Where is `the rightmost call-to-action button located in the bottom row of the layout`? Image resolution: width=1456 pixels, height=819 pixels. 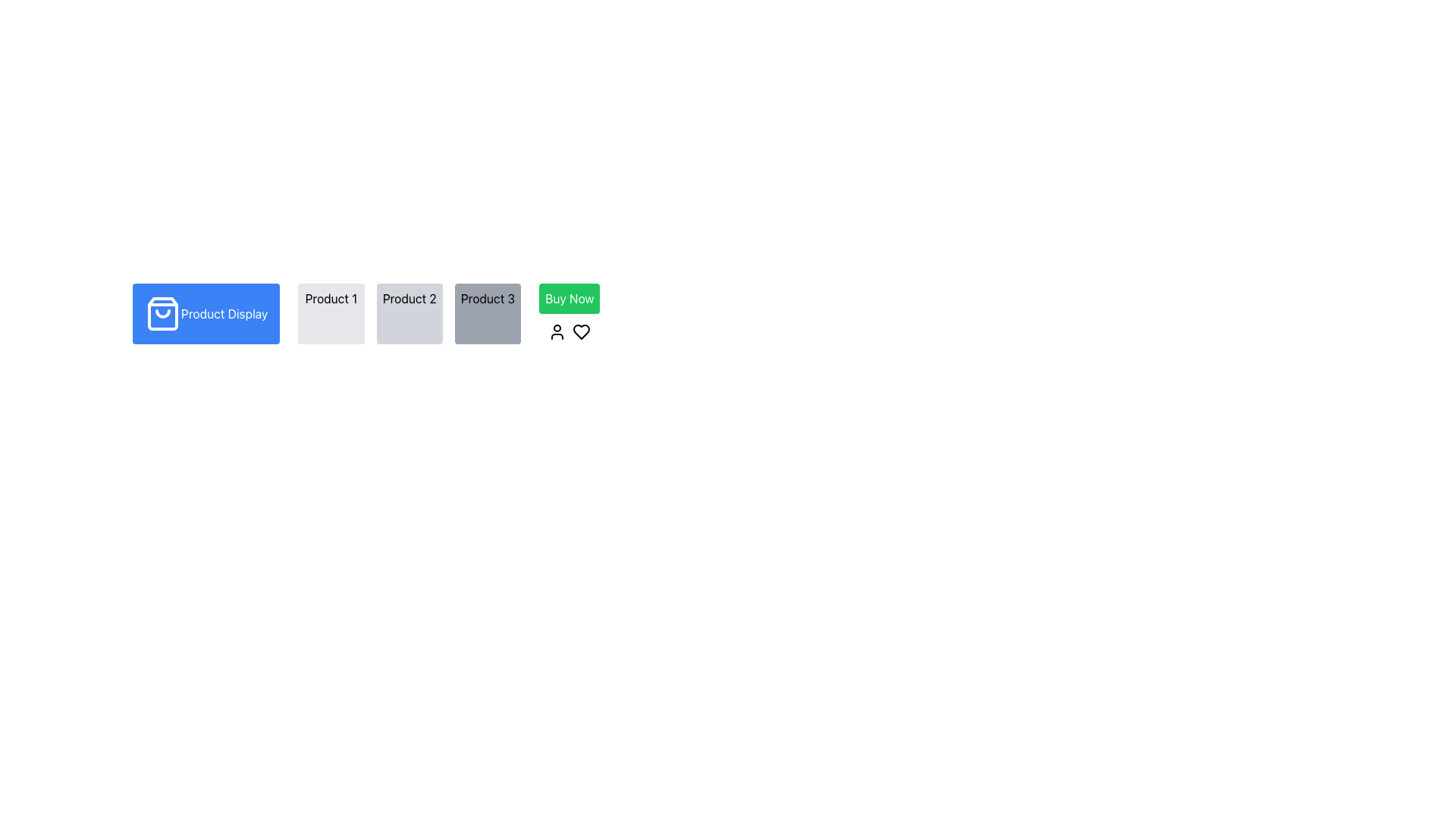 the rightmost call-to-action button located in the bottom row of the layout is located at coordinates (569, 312).